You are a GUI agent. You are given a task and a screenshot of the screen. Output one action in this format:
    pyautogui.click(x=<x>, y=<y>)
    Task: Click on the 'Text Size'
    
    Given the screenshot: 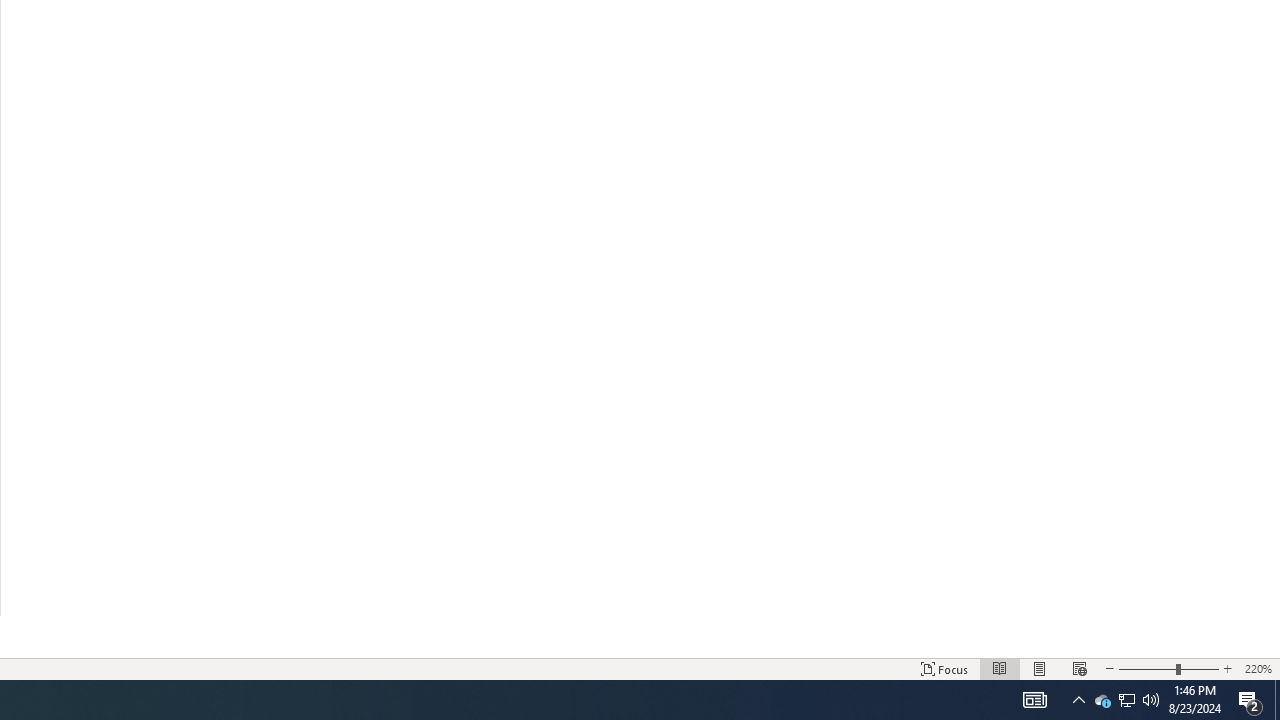 What is the action you would take?
    pyautogui.click(x=1168, y=669)
    